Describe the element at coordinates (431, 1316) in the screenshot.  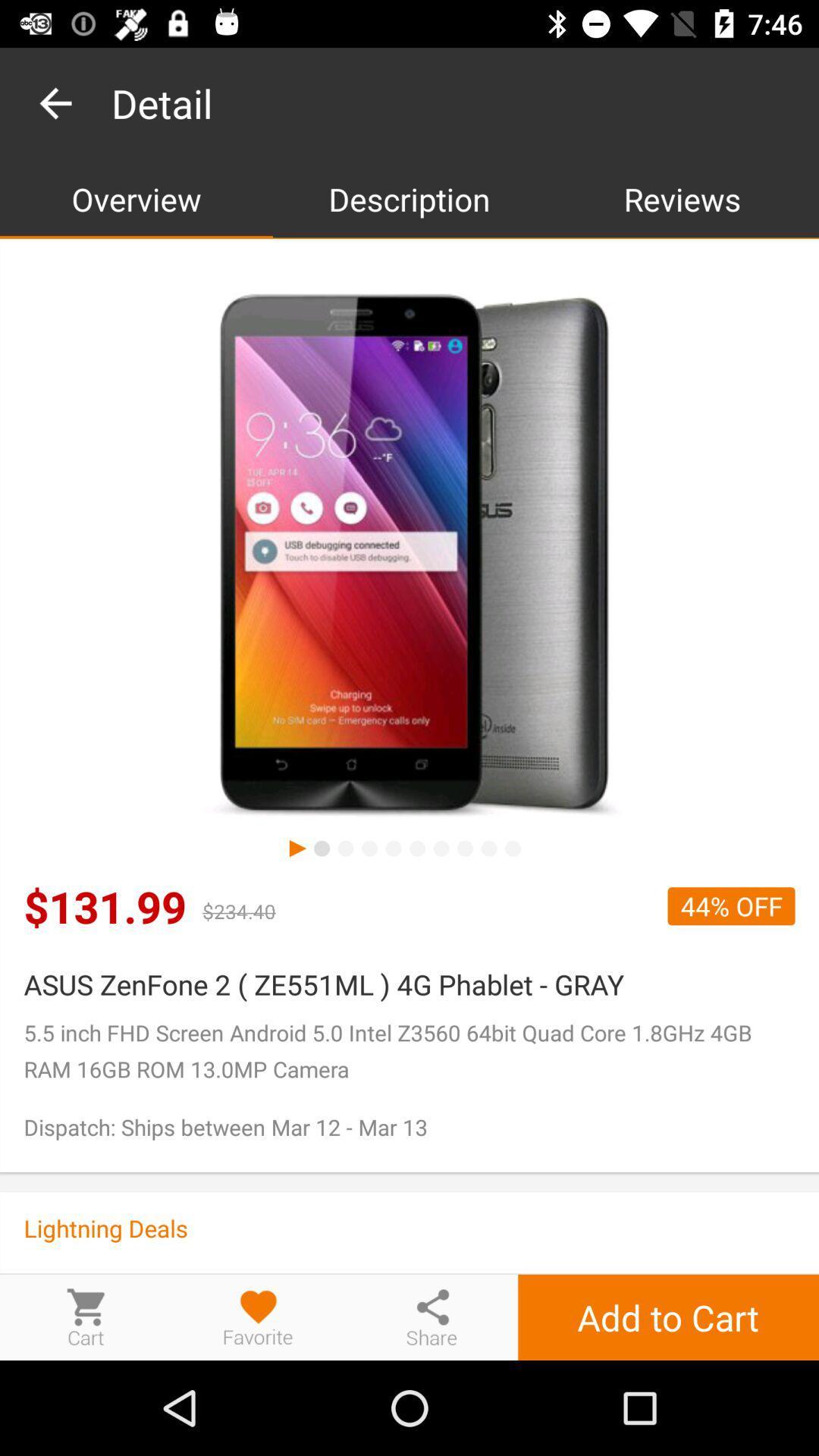
I see `the arrow_backward icon` at that location.